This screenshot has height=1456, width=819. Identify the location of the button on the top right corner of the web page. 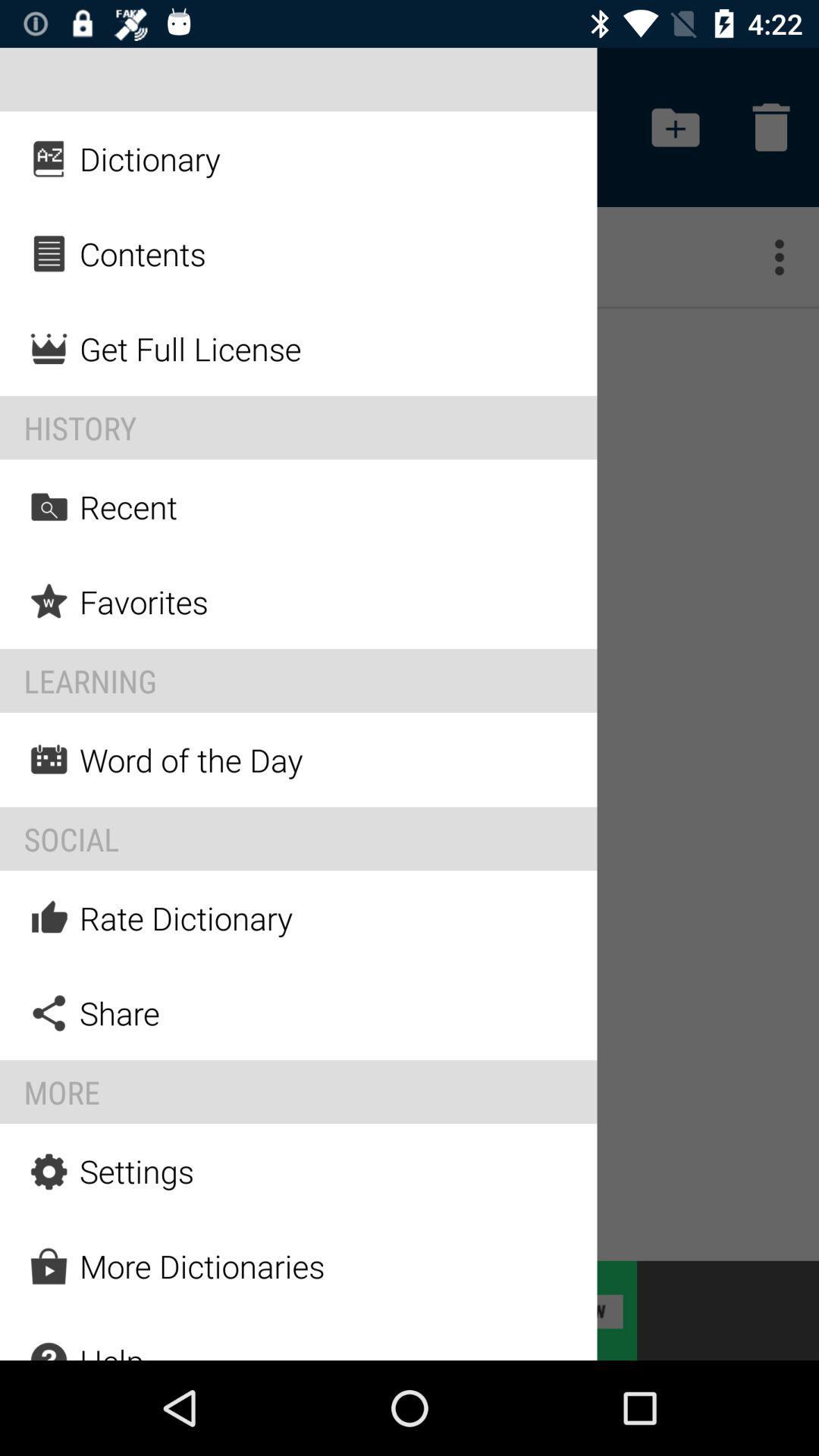
(771, 127).